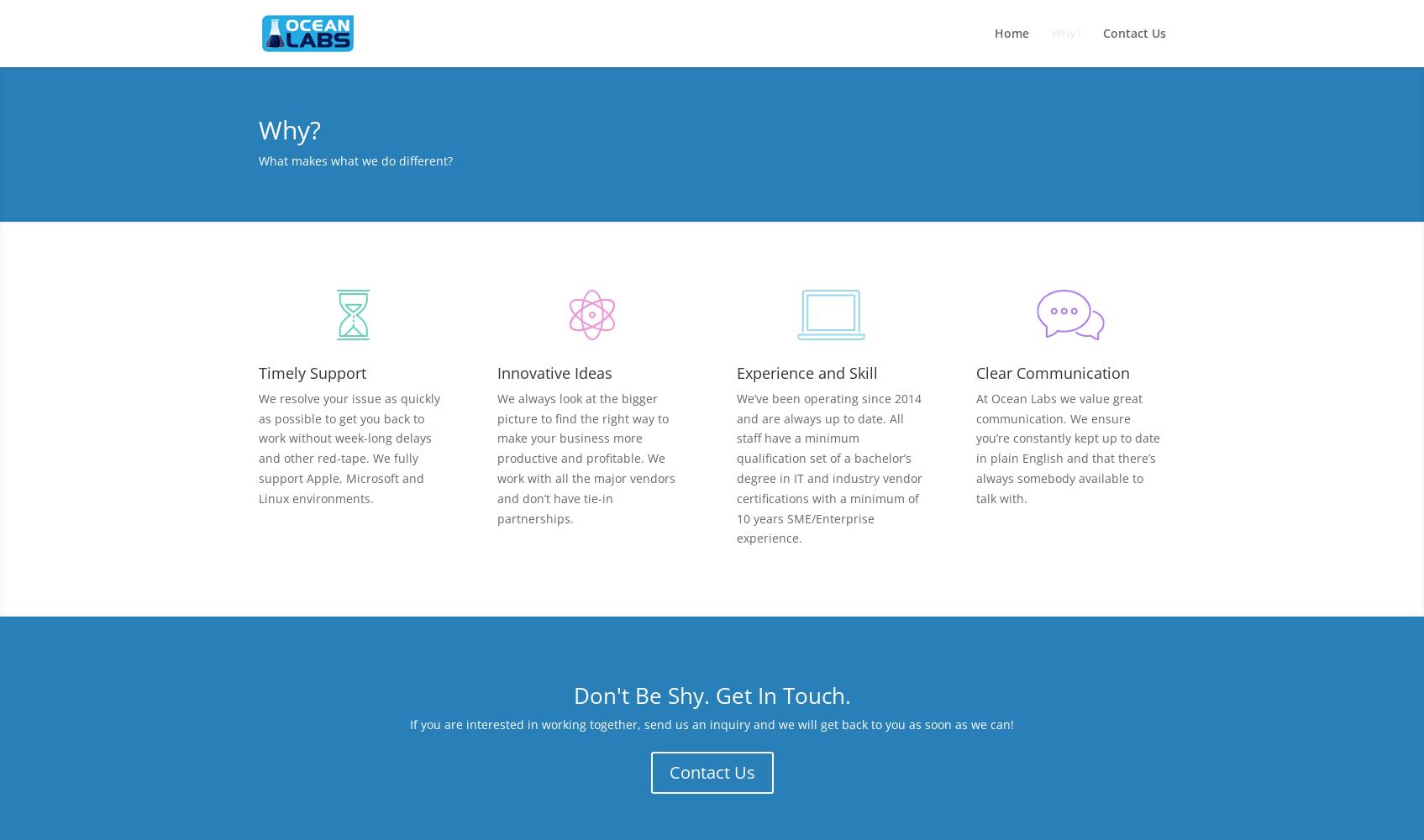  I want to click on 'Innovative Ideas', so click(497, 371).